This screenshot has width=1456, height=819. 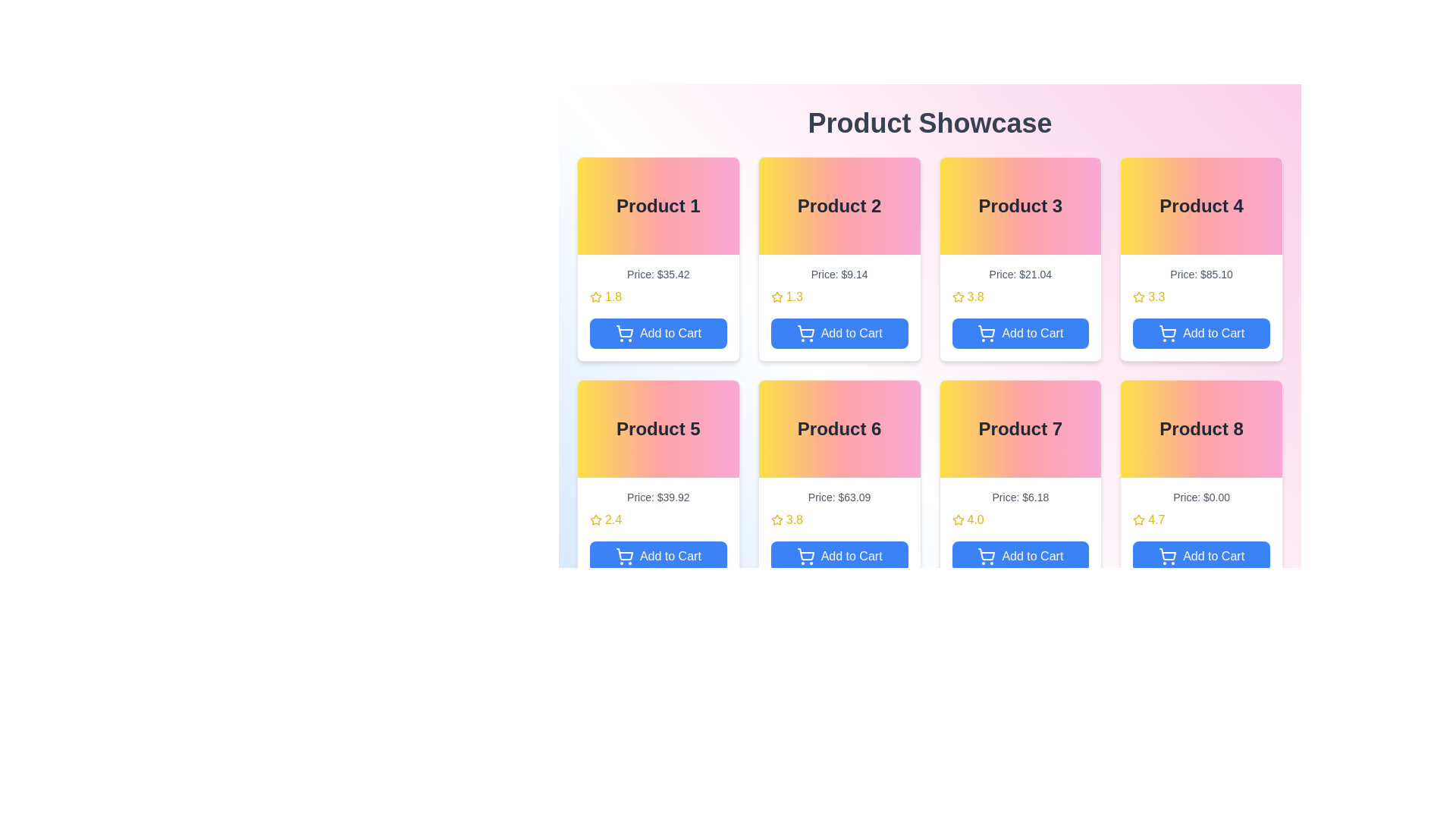 What do you see at coordinates (1020, 206) in the screenshot?
I see `the upper central label displaying product identification with the bold text 'Product 3' and a gradient background transitioning from yellow to pink` at bounding box center [1020, 206].